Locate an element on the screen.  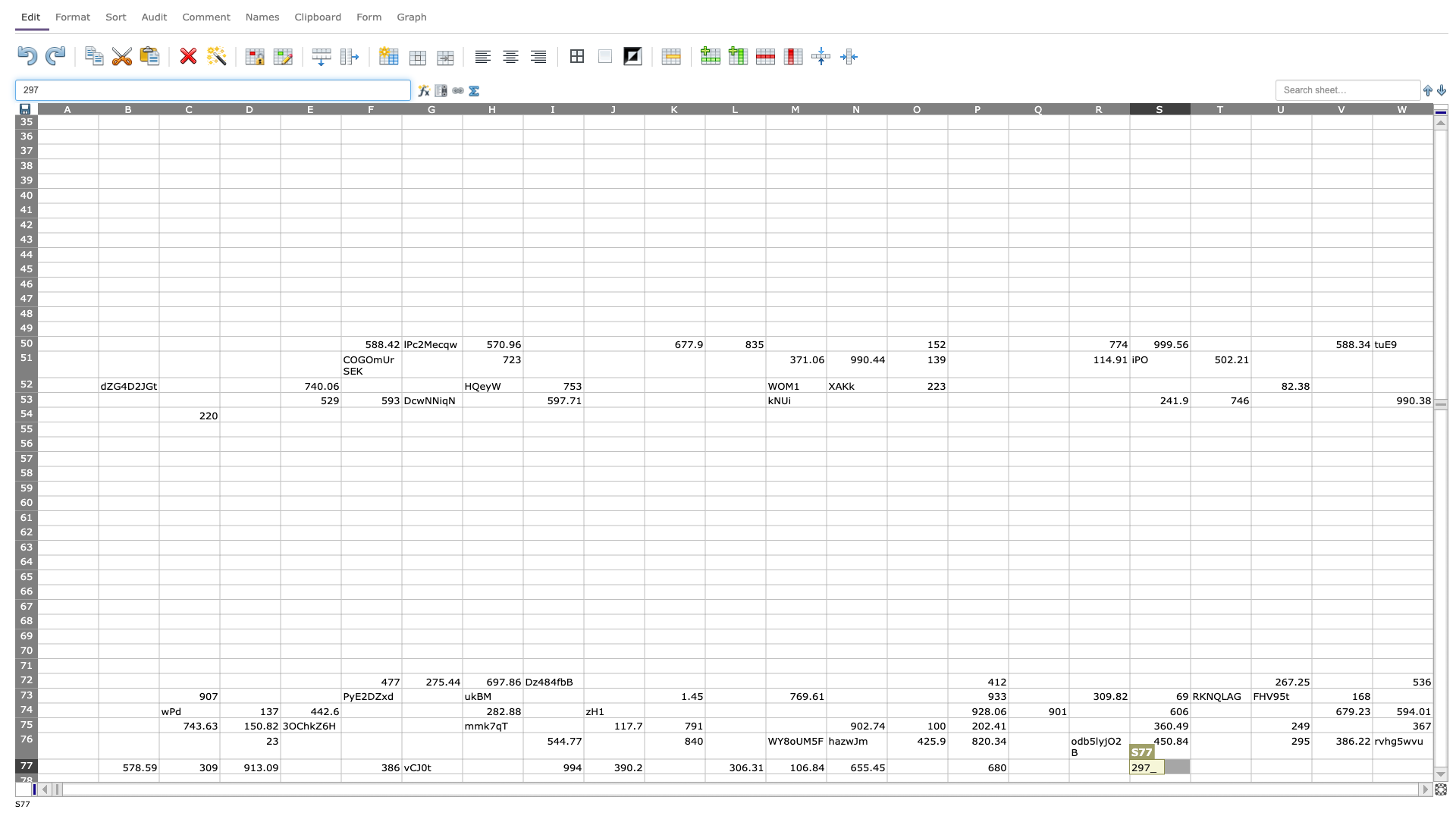
top left corner of T77 is located at coordinates (1189, 759).